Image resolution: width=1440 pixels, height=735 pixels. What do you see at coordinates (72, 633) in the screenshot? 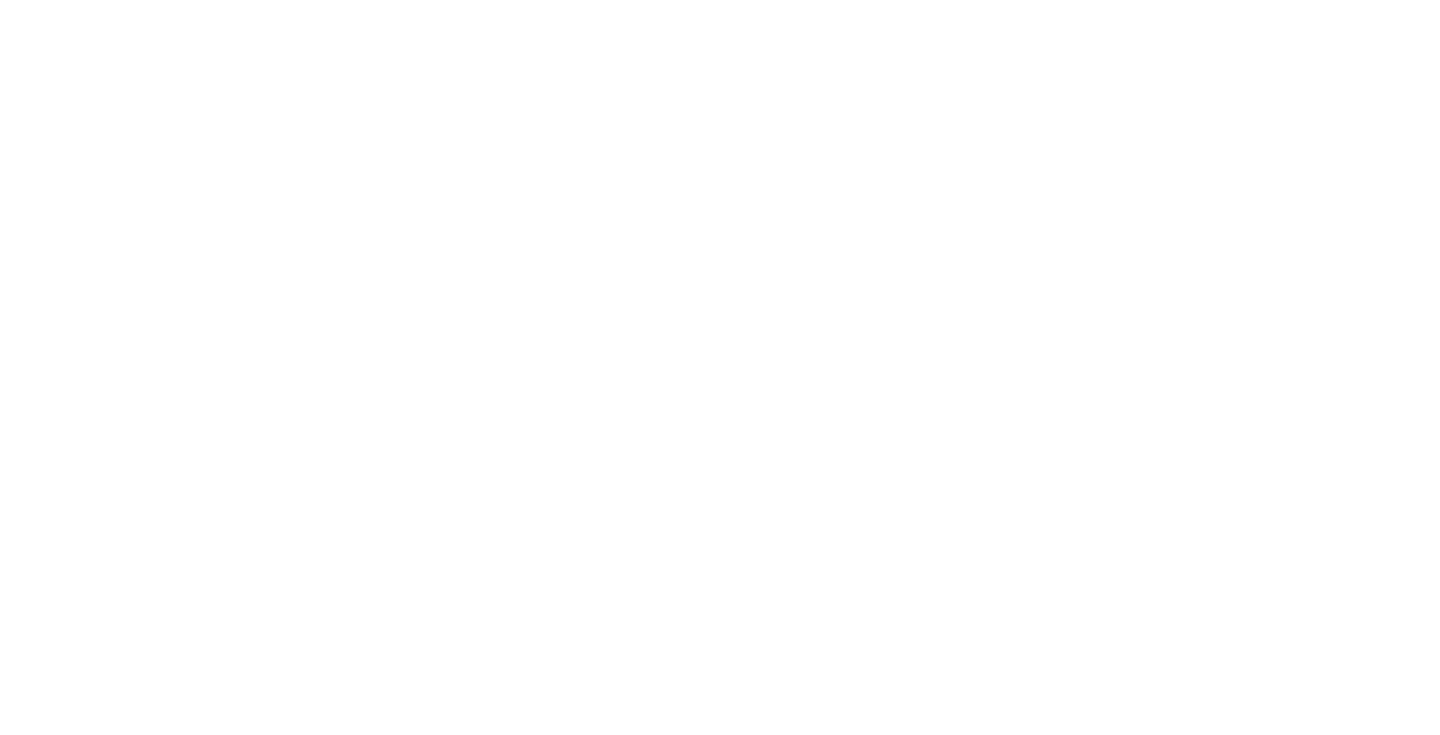
I see `'The University of Texas at Austin'` at bounding box center [72, 633].